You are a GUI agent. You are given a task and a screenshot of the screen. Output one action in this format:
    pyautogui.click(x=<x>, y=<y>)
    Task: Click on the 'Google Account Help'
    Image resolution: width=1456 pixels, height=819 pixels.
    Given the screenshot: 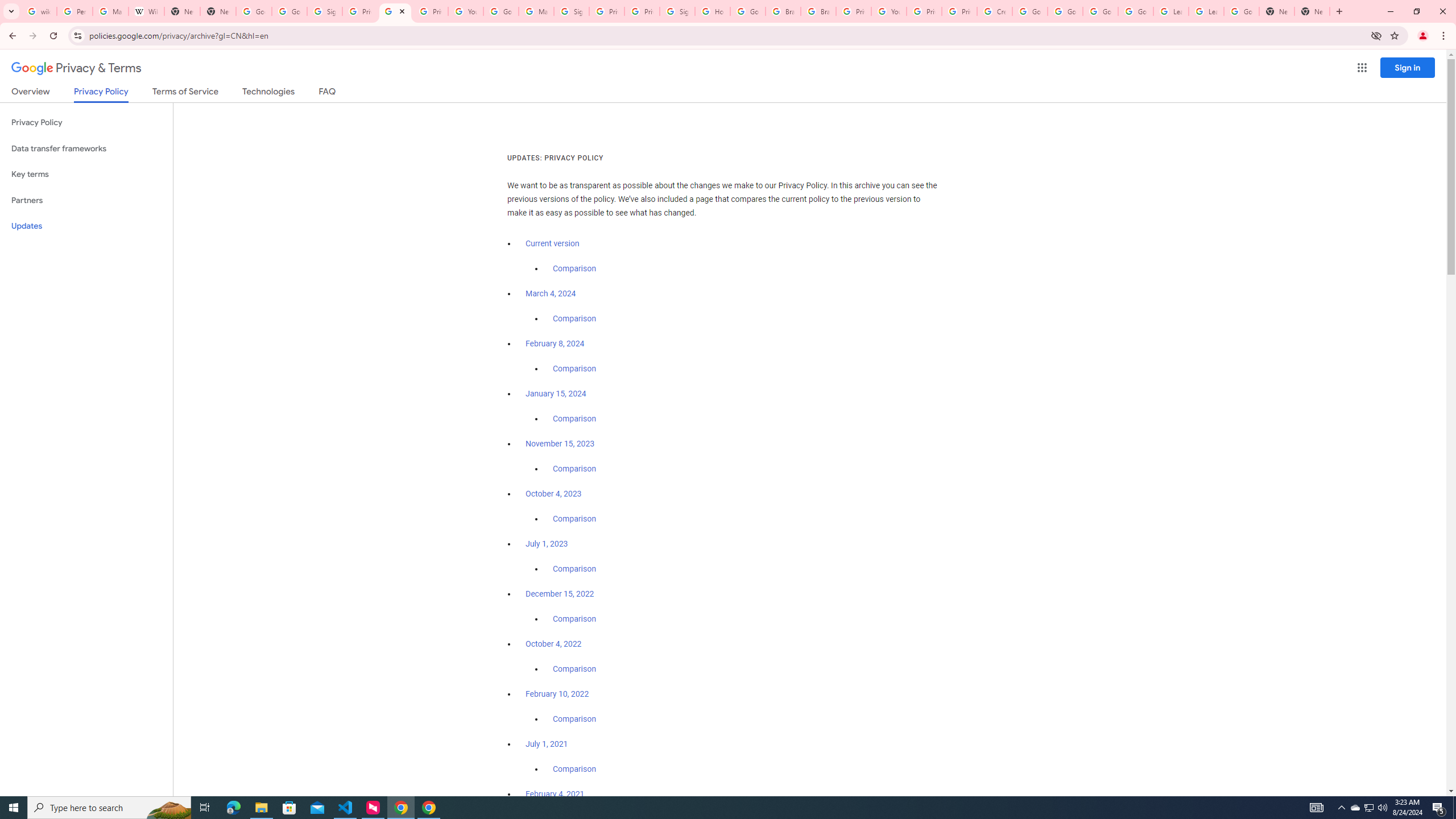 What is the action you would take?
    pyautogui.click(x=1029, y=11)
    